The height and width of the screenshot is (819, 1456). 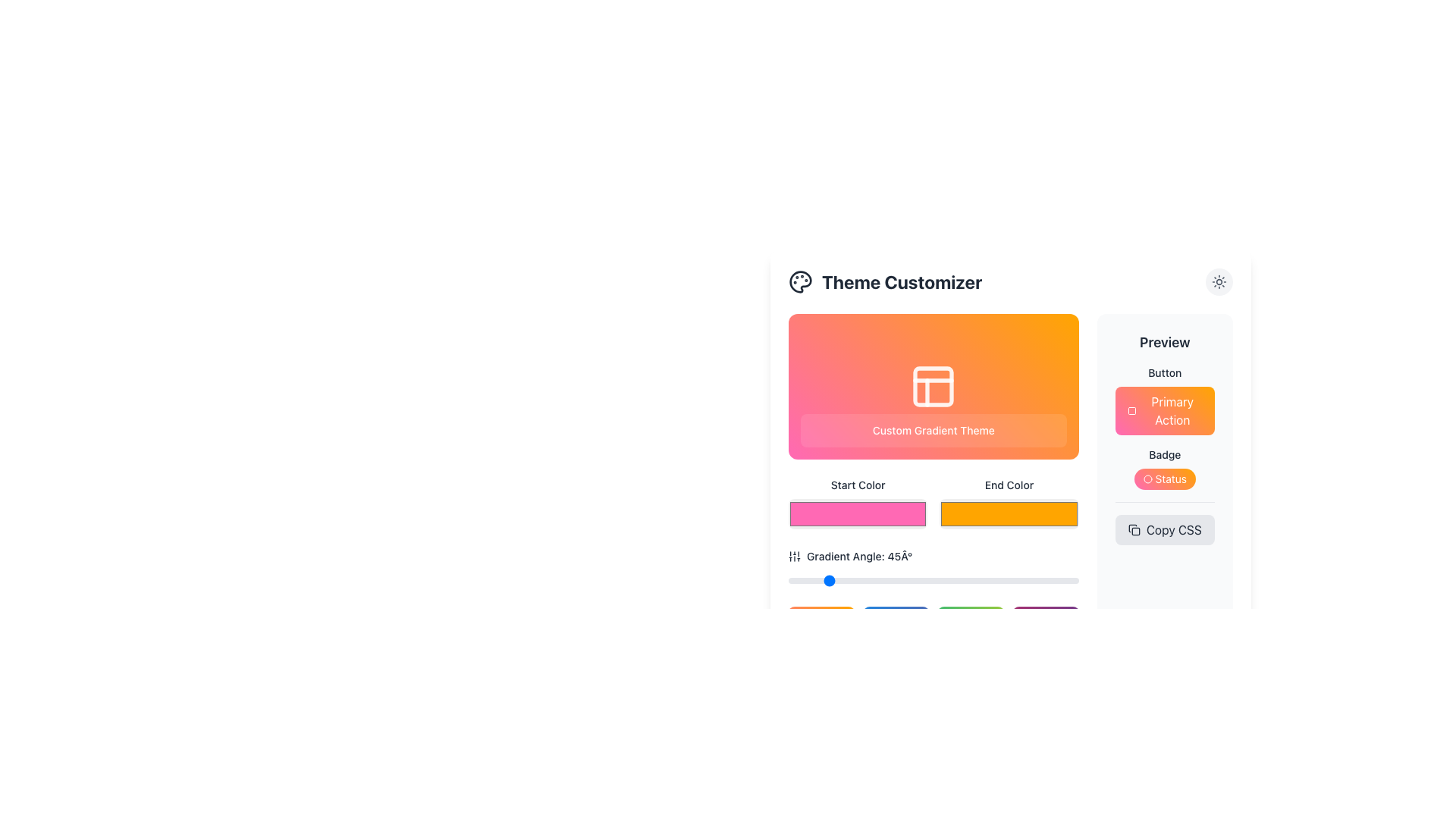 I want to click on the 'Copy CSS' button which contains the grey-colored icon with a copy symbol, located directly to the left of the 'Copy CSS' text, so click(x=1134, y=529).